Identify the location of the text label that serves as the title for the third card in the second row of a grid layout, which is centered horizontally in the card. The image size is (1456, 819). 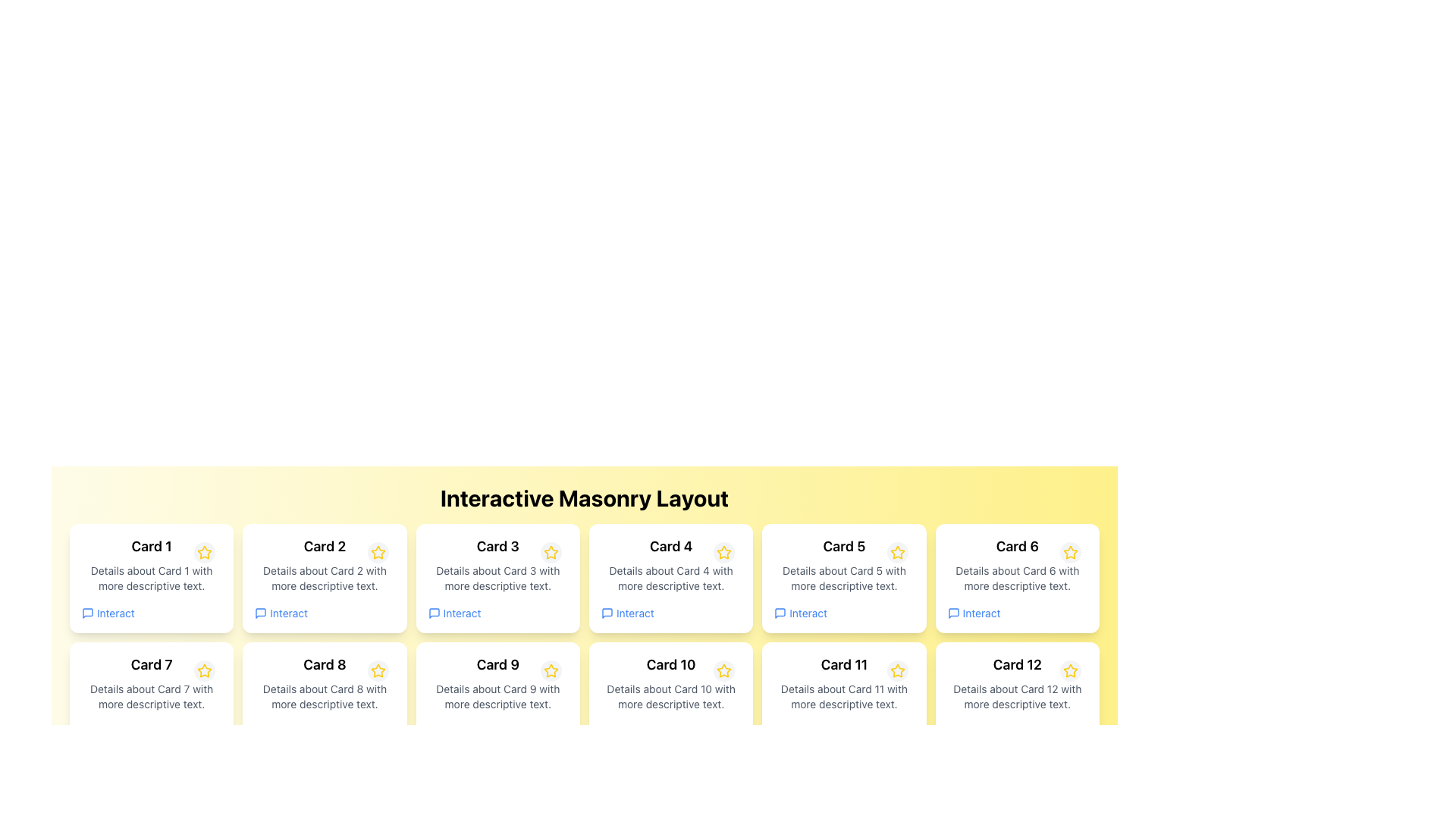
(843, 547).